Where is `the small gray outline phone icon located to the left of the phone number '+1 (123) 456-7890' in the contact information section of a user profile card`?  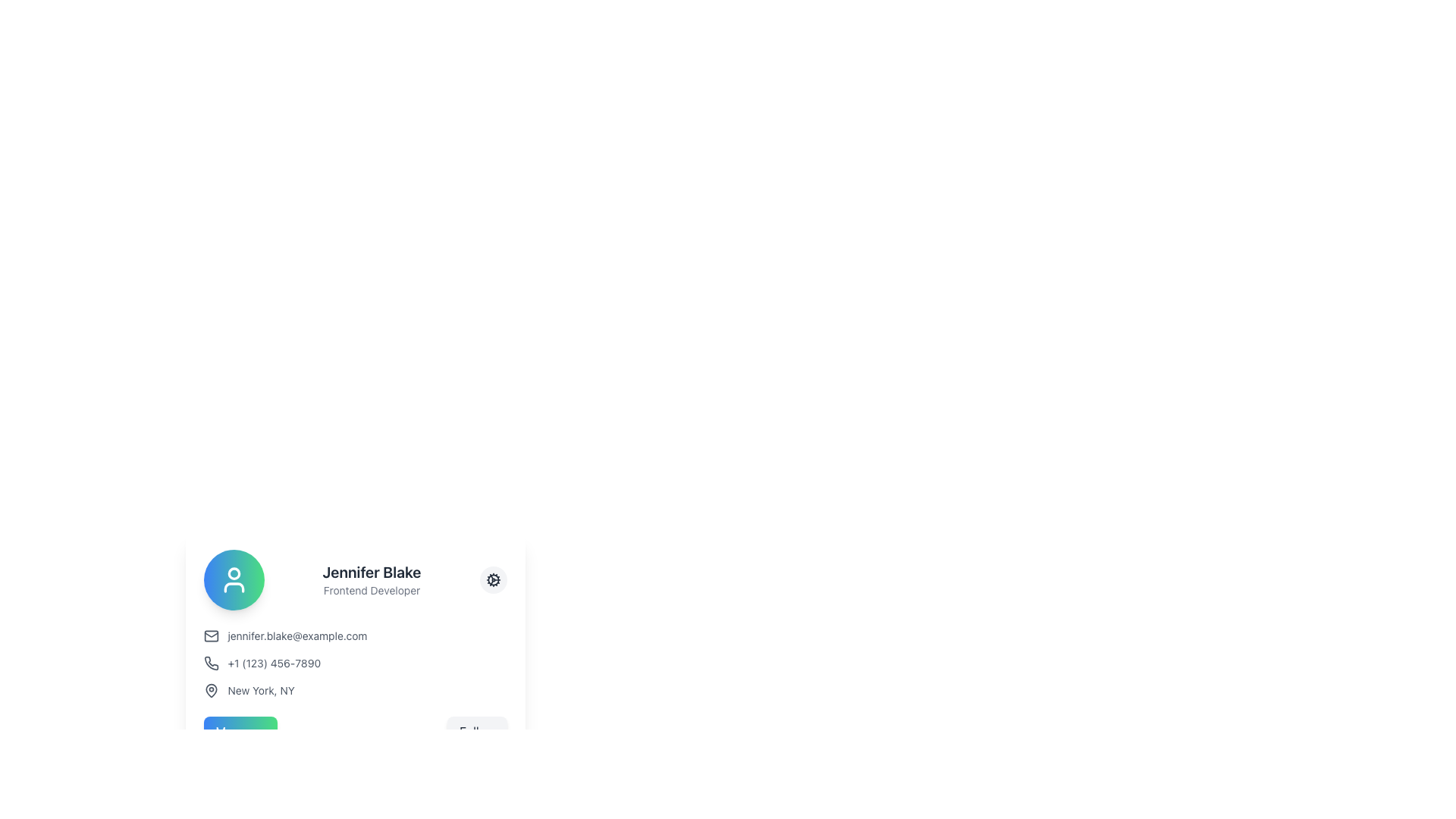 the small gray outline phone icon located to the left of the phone number '+1 (123) 456-7890' in the contact information section of a user profile card is located at coordinates (210, 663).